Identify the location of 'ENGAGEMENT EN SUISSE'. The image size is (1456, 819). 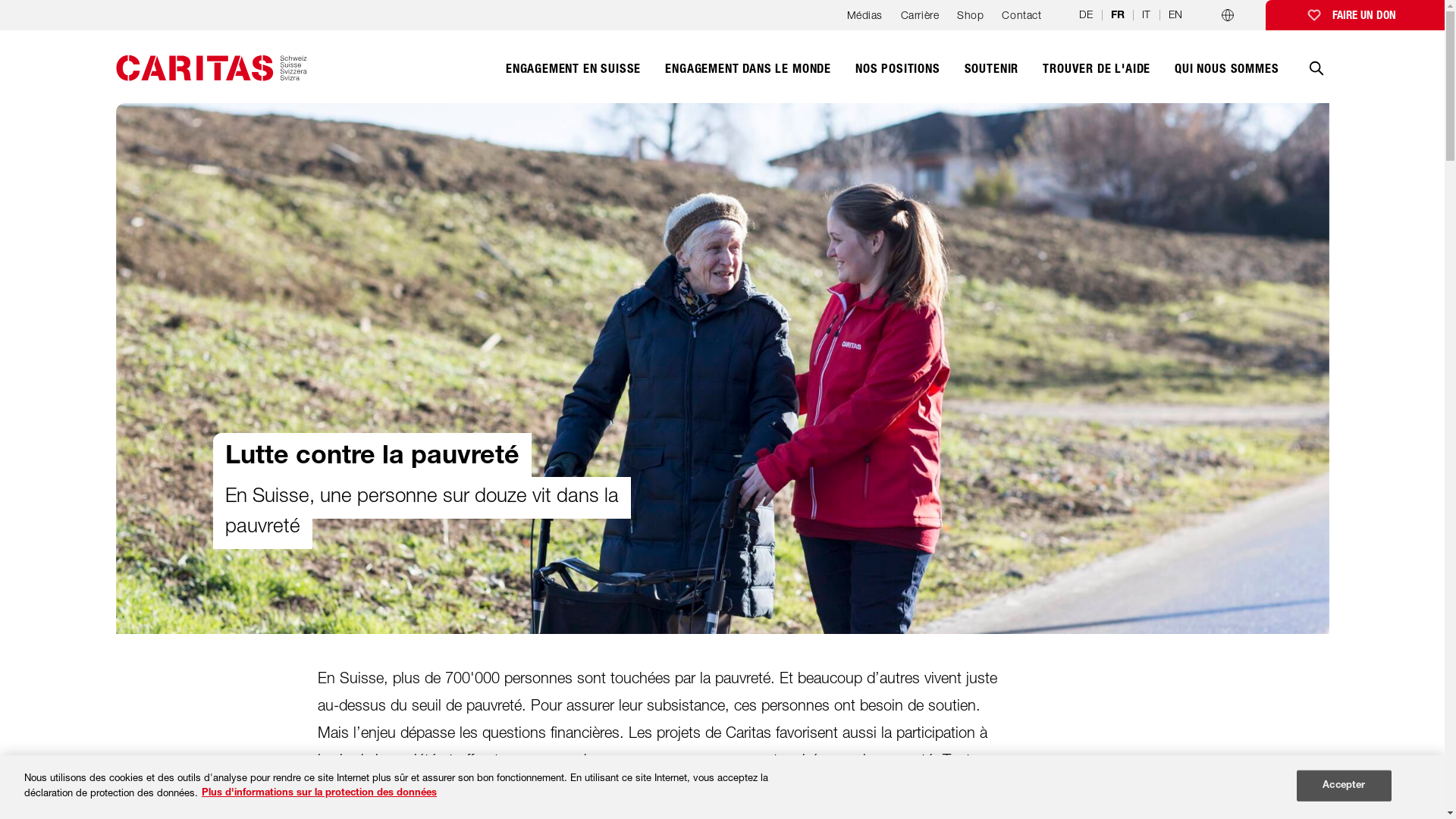
(573, 77).